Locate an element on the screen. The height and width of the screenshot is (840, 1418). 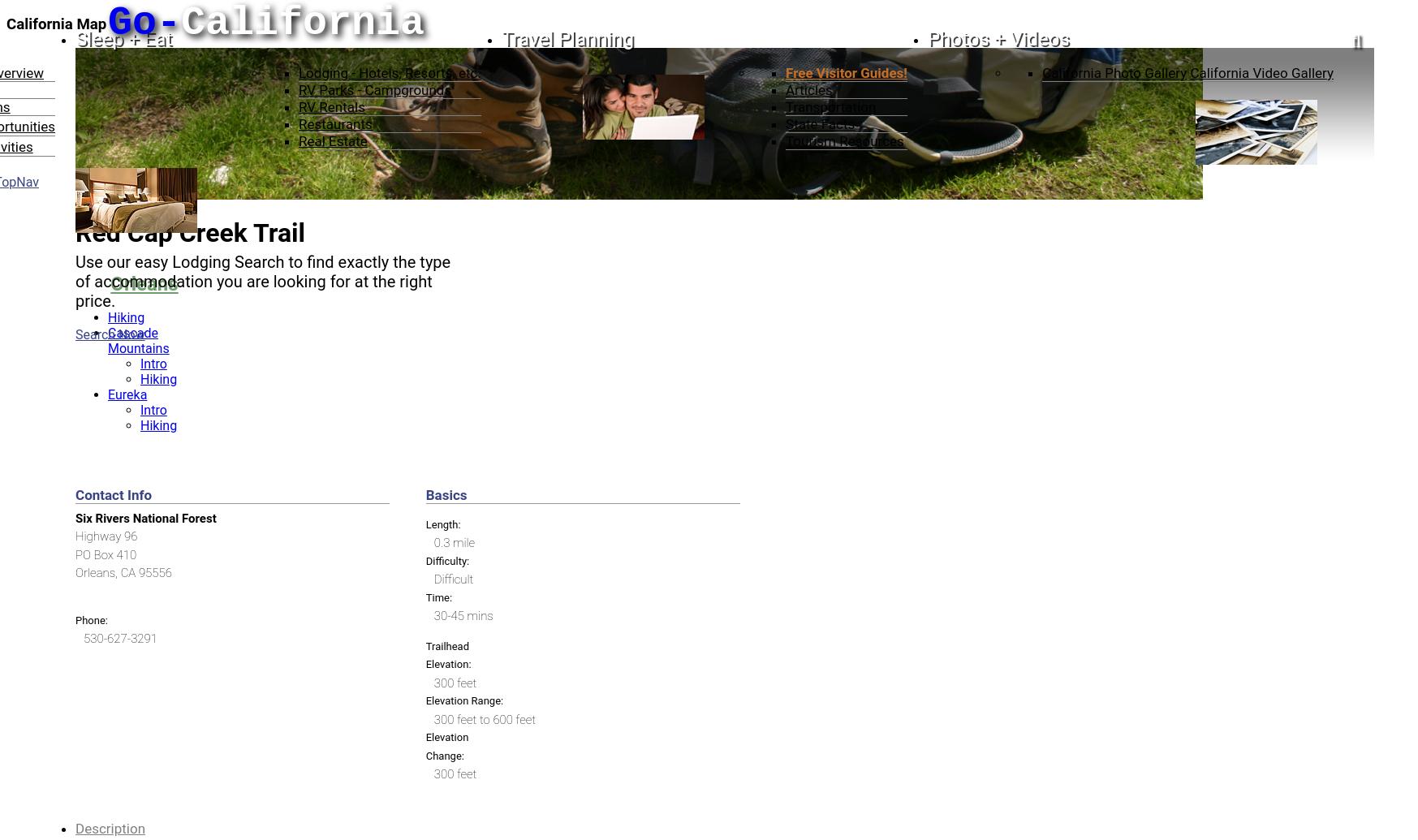
'Eureka' is located at coordinates (127, 394).